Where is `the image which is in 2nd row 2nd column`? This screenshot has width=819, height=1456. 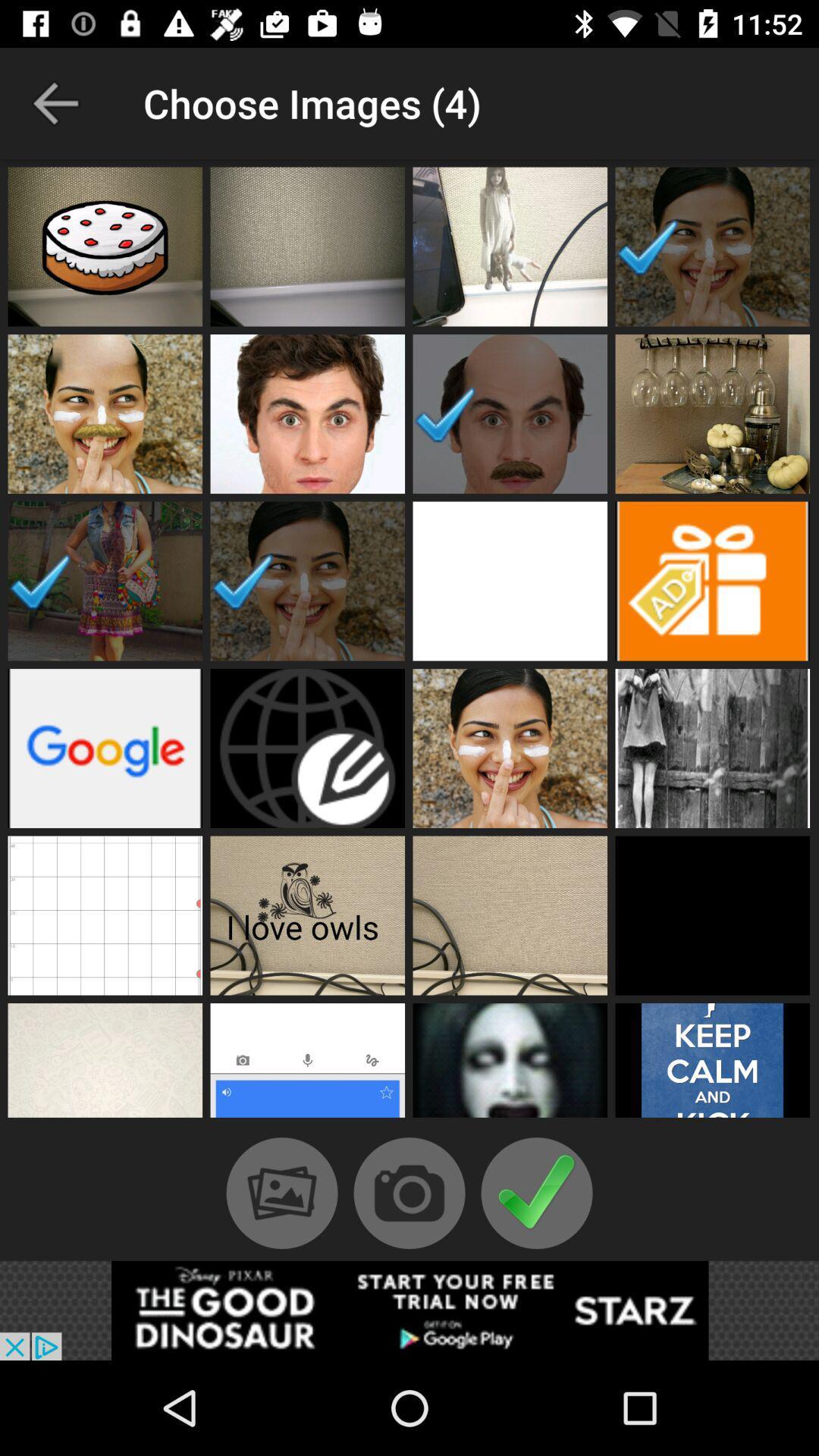
the image which is in 2nd row 2nd column is located at coordinates (307, 414).